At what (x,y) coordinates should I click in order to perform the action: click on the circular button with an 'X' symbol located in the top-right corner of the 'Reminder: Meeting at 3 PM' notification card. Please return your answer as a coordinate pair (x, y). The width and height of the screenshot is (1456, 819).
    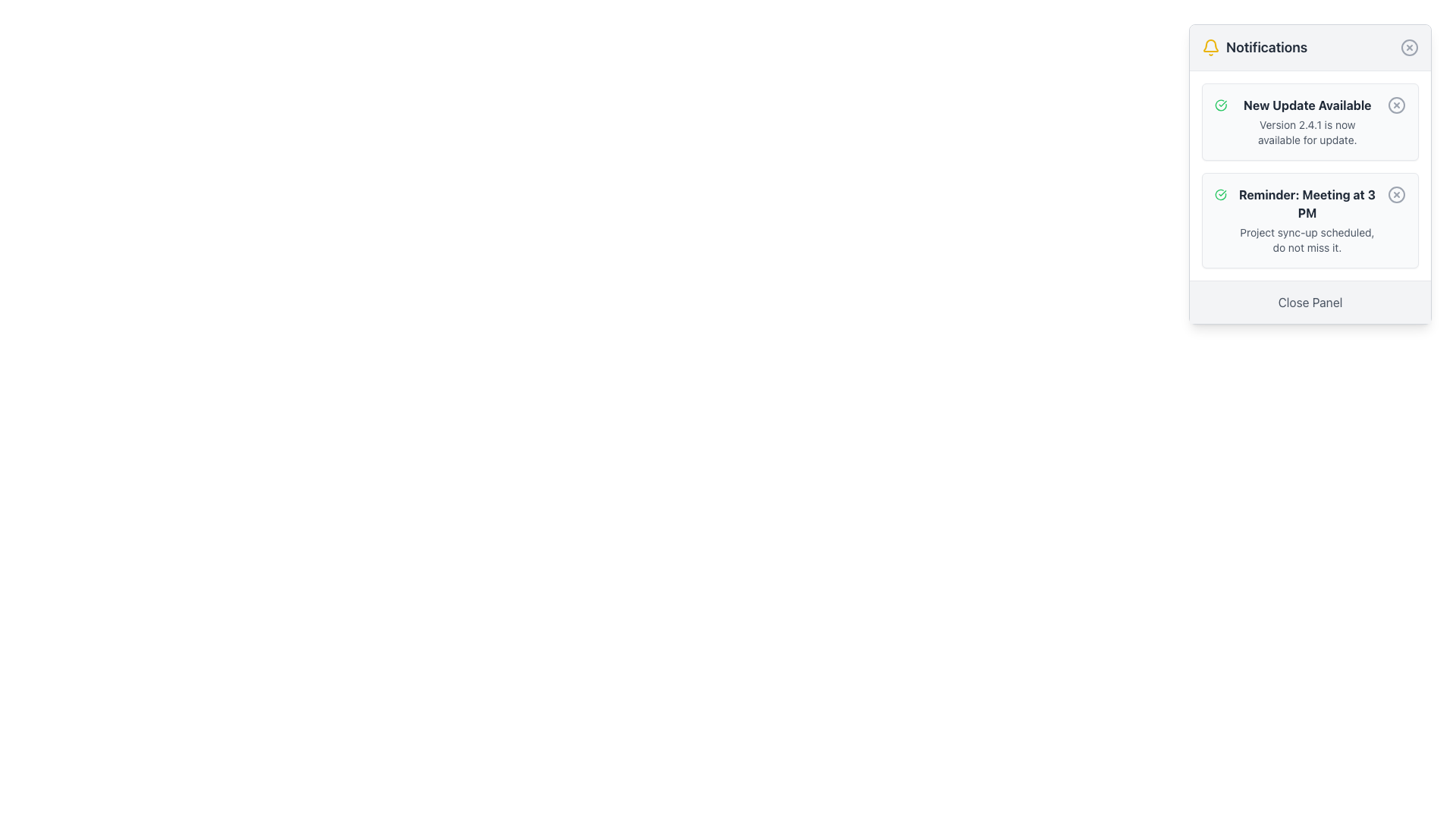
    Looking at the image, I should click on (1396, 194).